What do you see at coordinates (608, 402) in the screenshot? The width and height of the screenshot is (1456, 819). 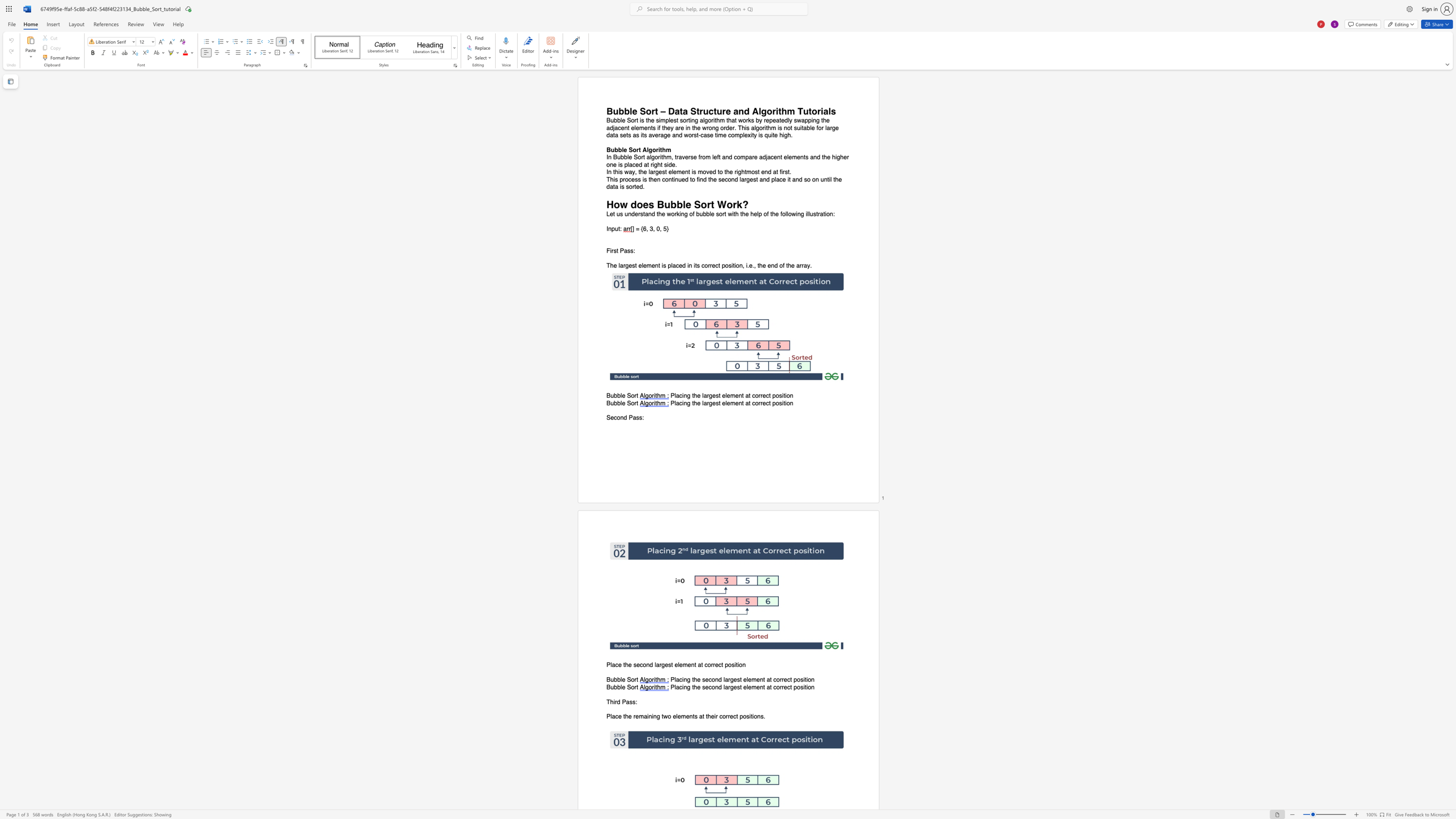 I see `the 1th character "B" in the text` at bounding box center [608, 402].